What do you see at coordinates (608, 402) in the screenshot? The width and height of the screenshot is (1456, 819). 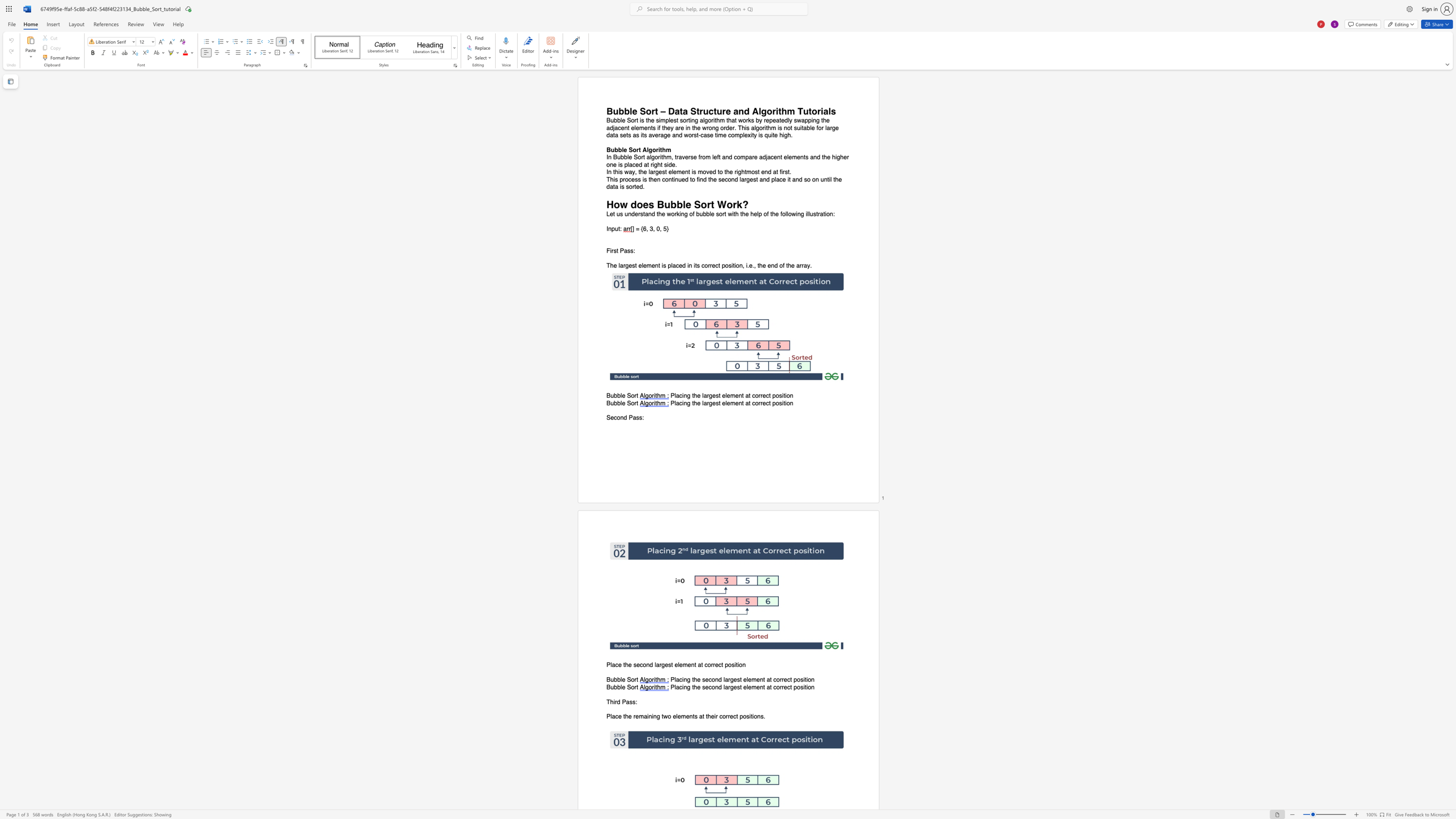 I see `the 1th character "B" in the text` at bounding box center [608, 402].